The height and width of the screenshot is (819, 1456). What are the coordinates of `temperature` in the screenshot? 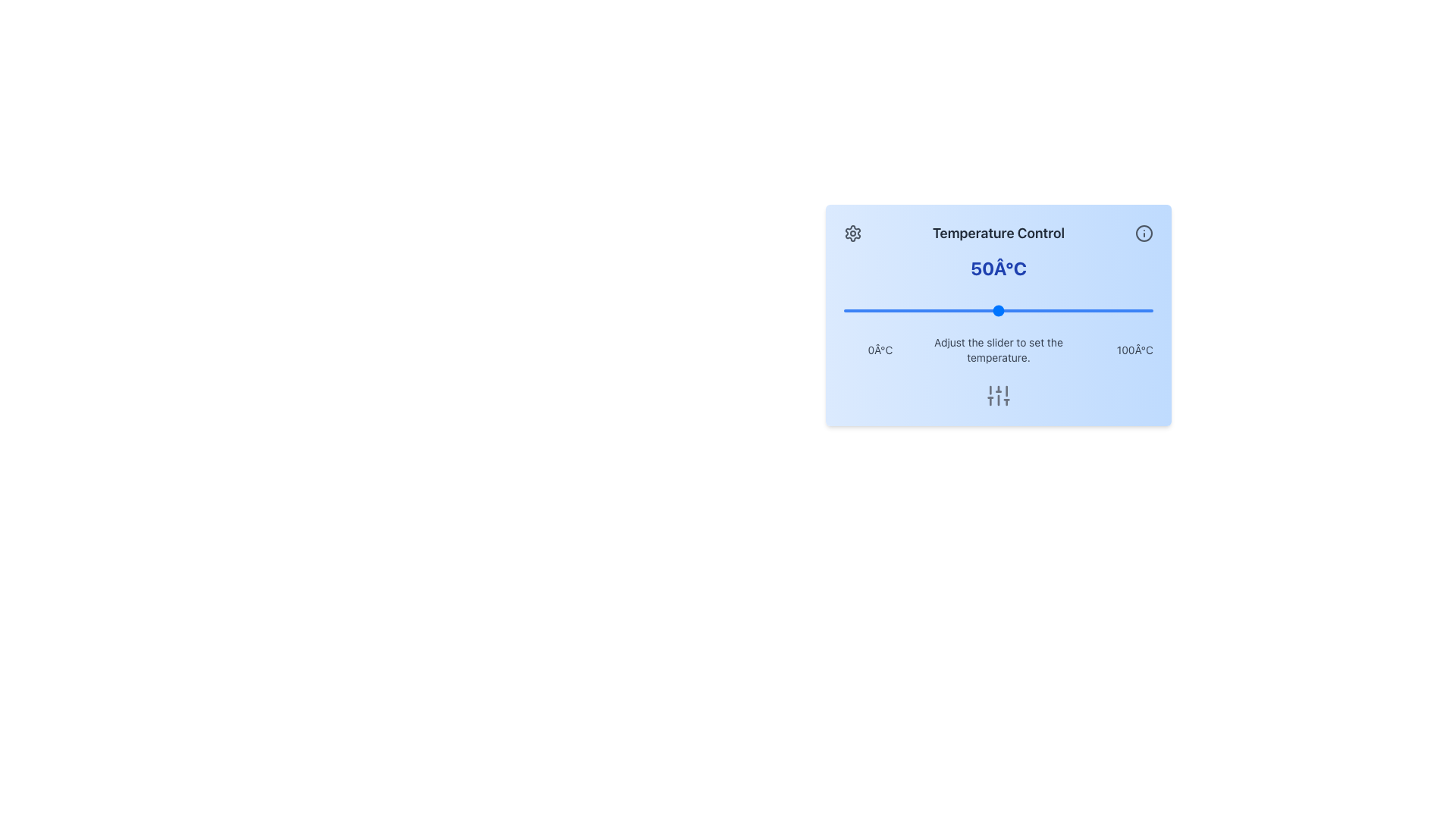 It's located at (957, 309).